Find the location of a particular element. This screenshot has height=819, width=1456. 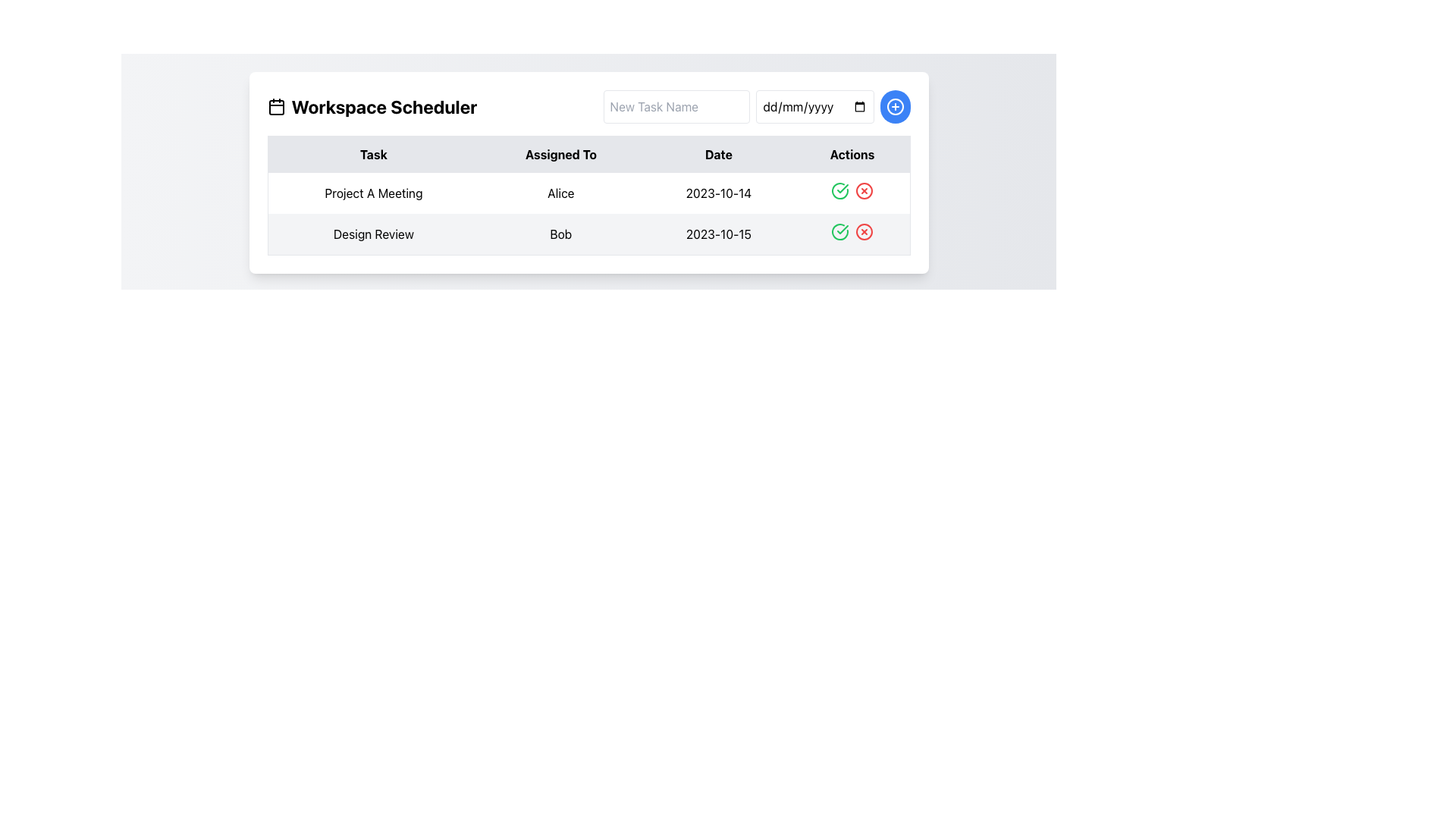

the calendar icon element, which is a rectangular shape with rounded corners, located to the left of the 'Workspace Scheduler' text in the header section is located at coordinates (276, 107).